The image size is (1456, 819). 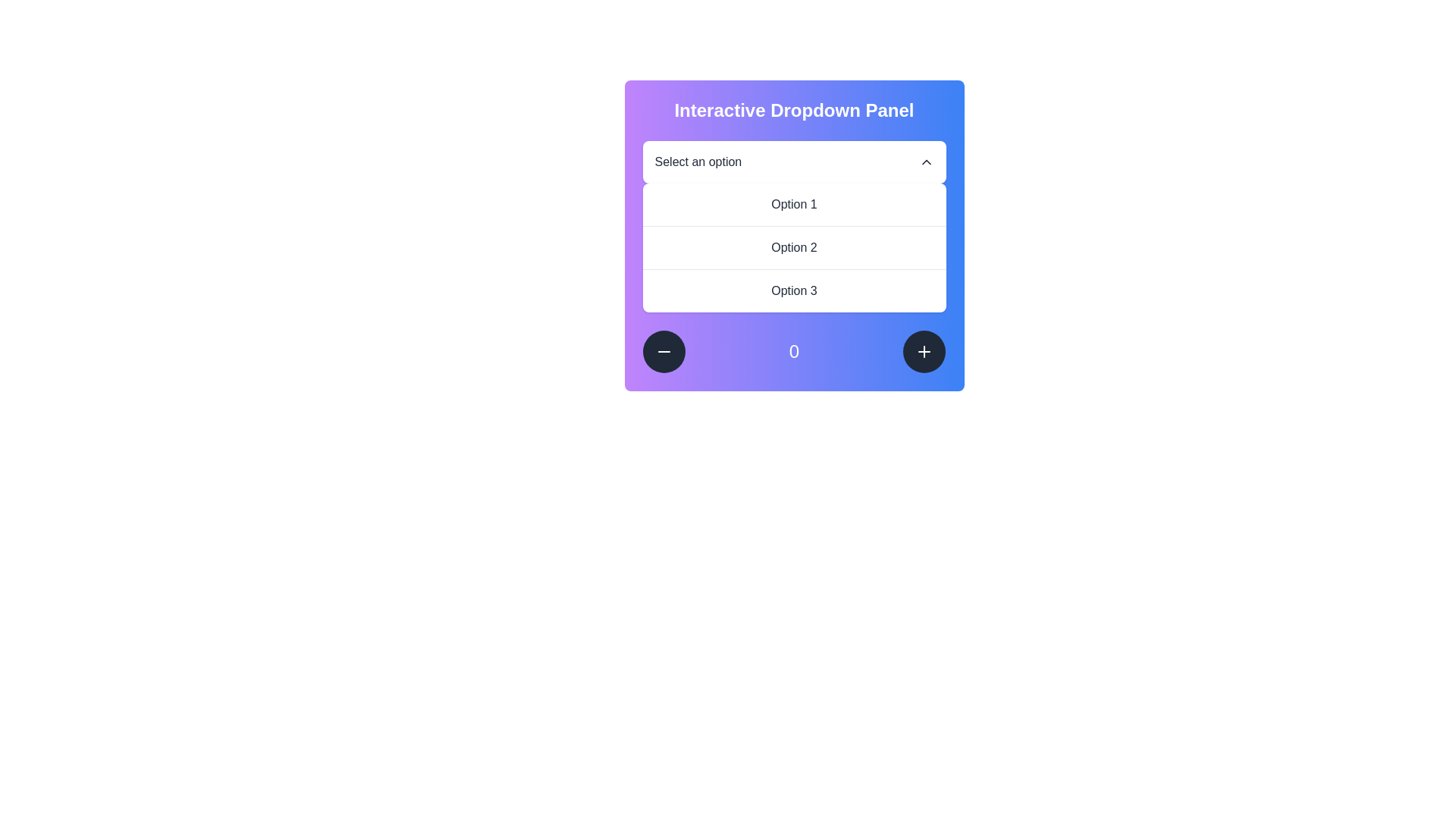 I want to click on the numeric display showing '0', which is styled with a 'text-2xl' class and located centrally between two circular buttons, so click(x=793, y=351).